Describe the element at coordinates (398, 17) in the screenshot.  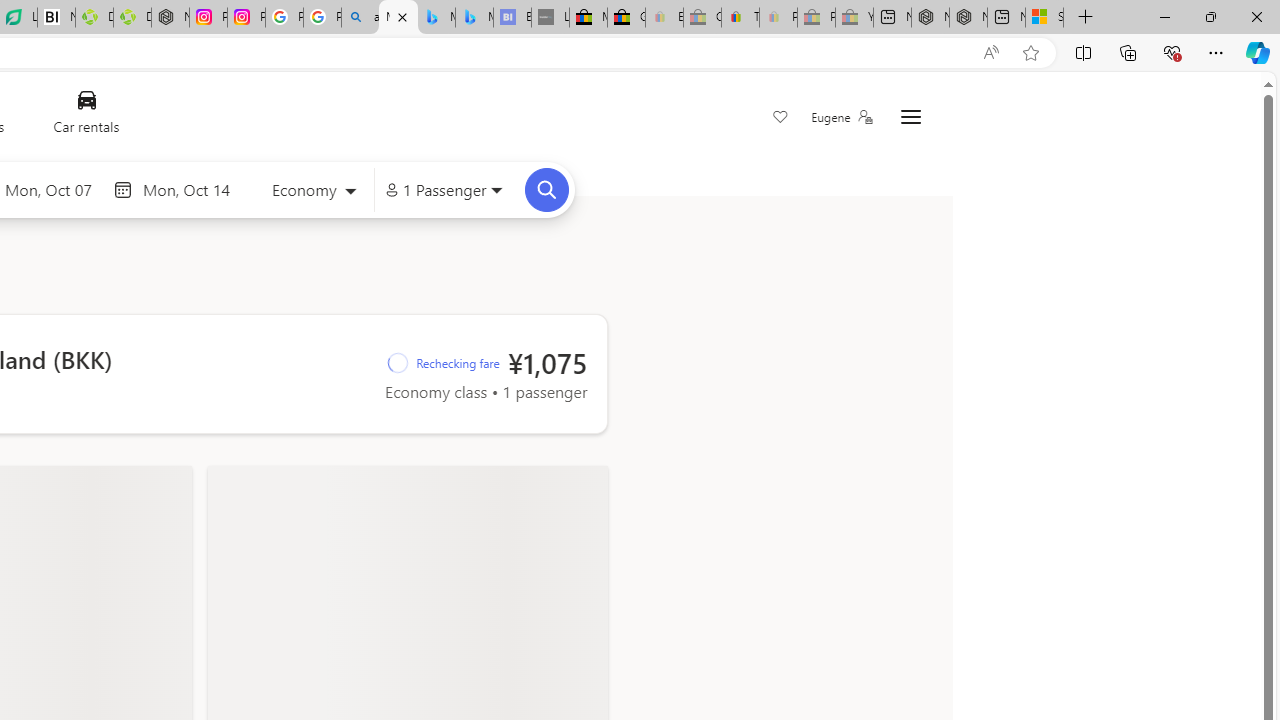
I see `'Microsoft Bing Travel - Flights from Hong Kong to Bangkok'` at that location.